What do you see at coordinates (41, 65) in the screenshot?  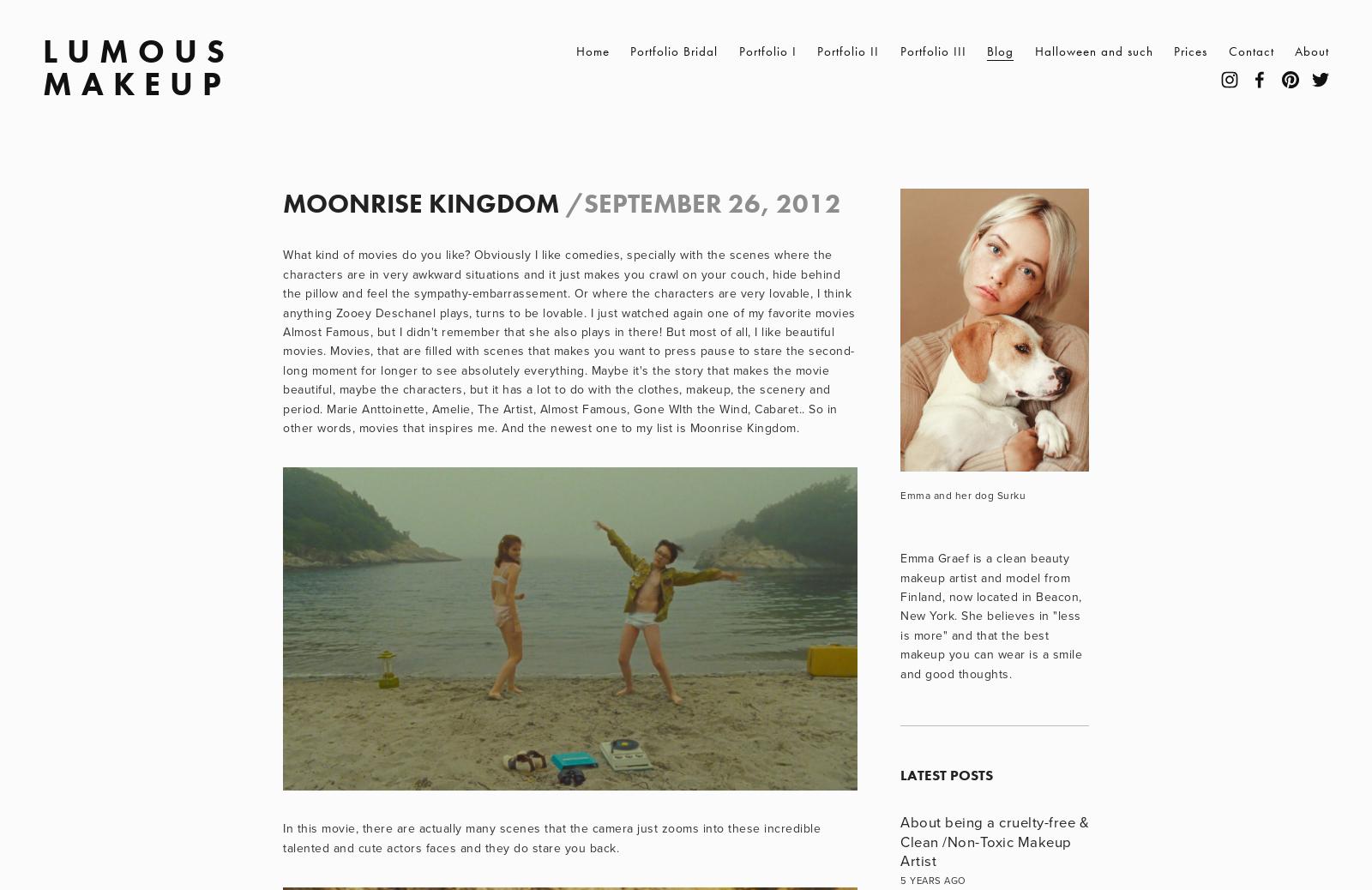 I see `'Lumous Makeup'` at bounding box center [41, 65].